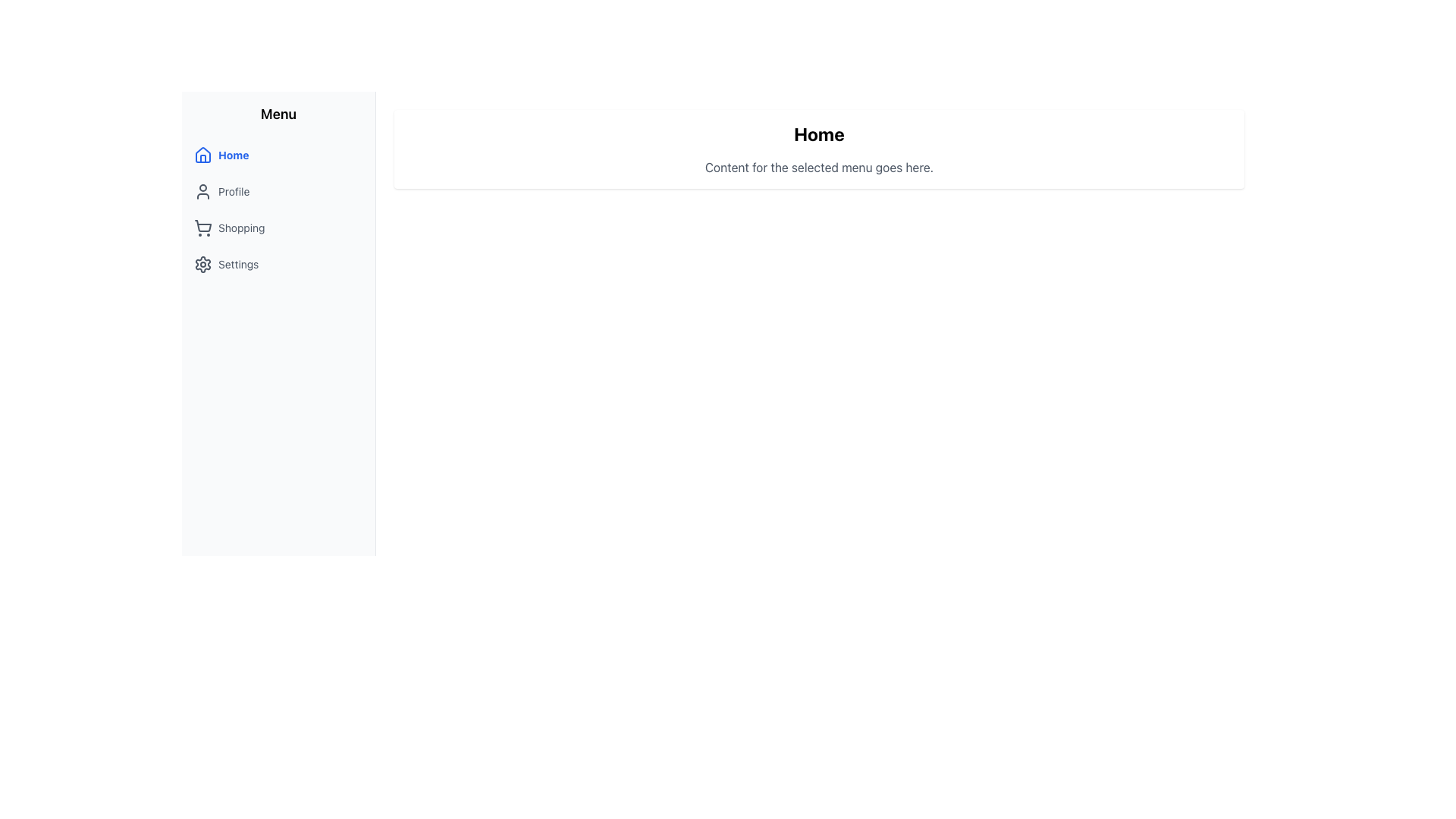  Describe the element at coordinates (240, 227) in the screenshot. I see `the 'Shopping' text label in the side navigation menu` at that location.